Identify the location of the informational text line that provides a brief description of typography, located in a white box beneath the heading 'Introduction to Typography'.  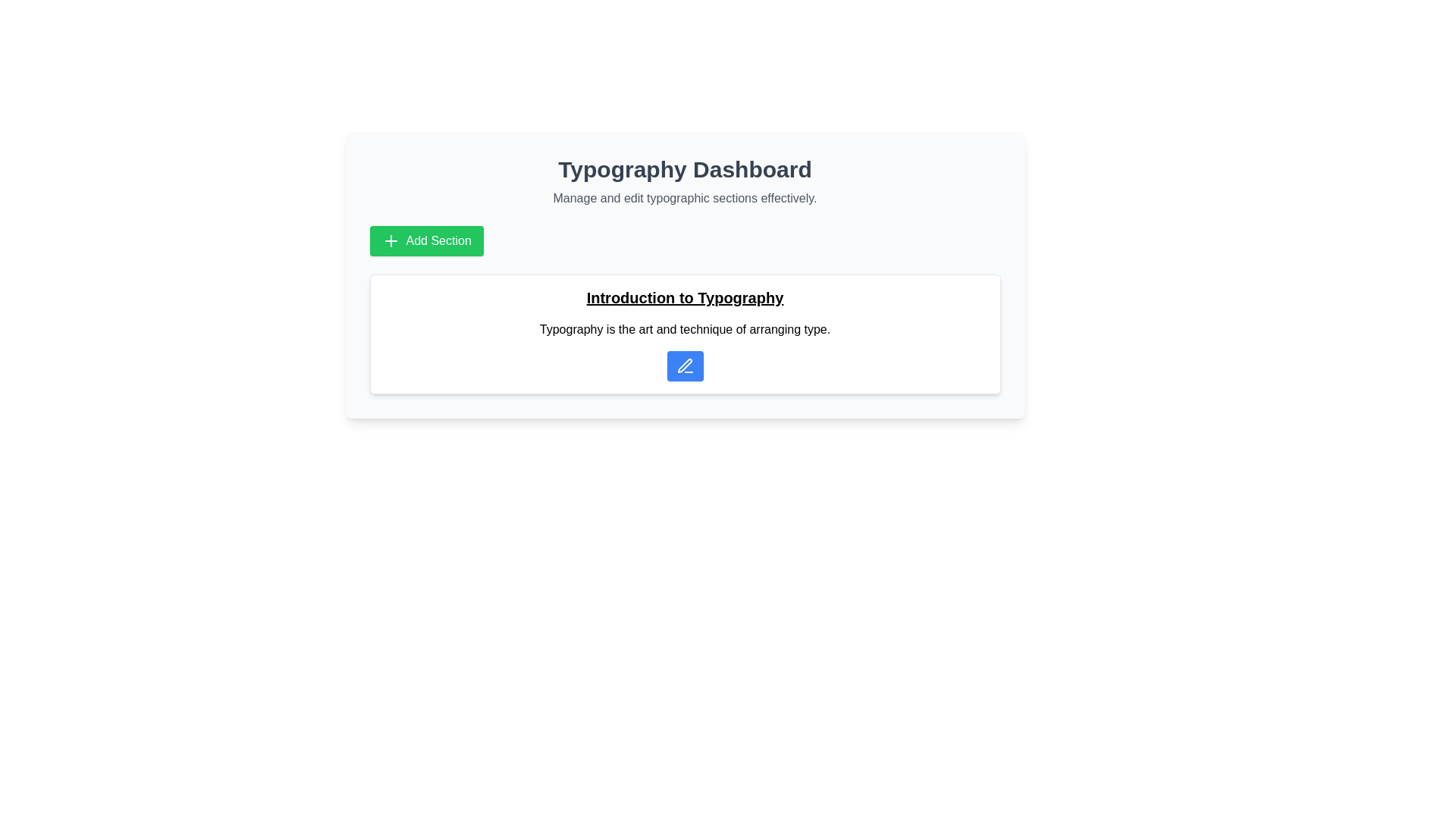
(684, 329).